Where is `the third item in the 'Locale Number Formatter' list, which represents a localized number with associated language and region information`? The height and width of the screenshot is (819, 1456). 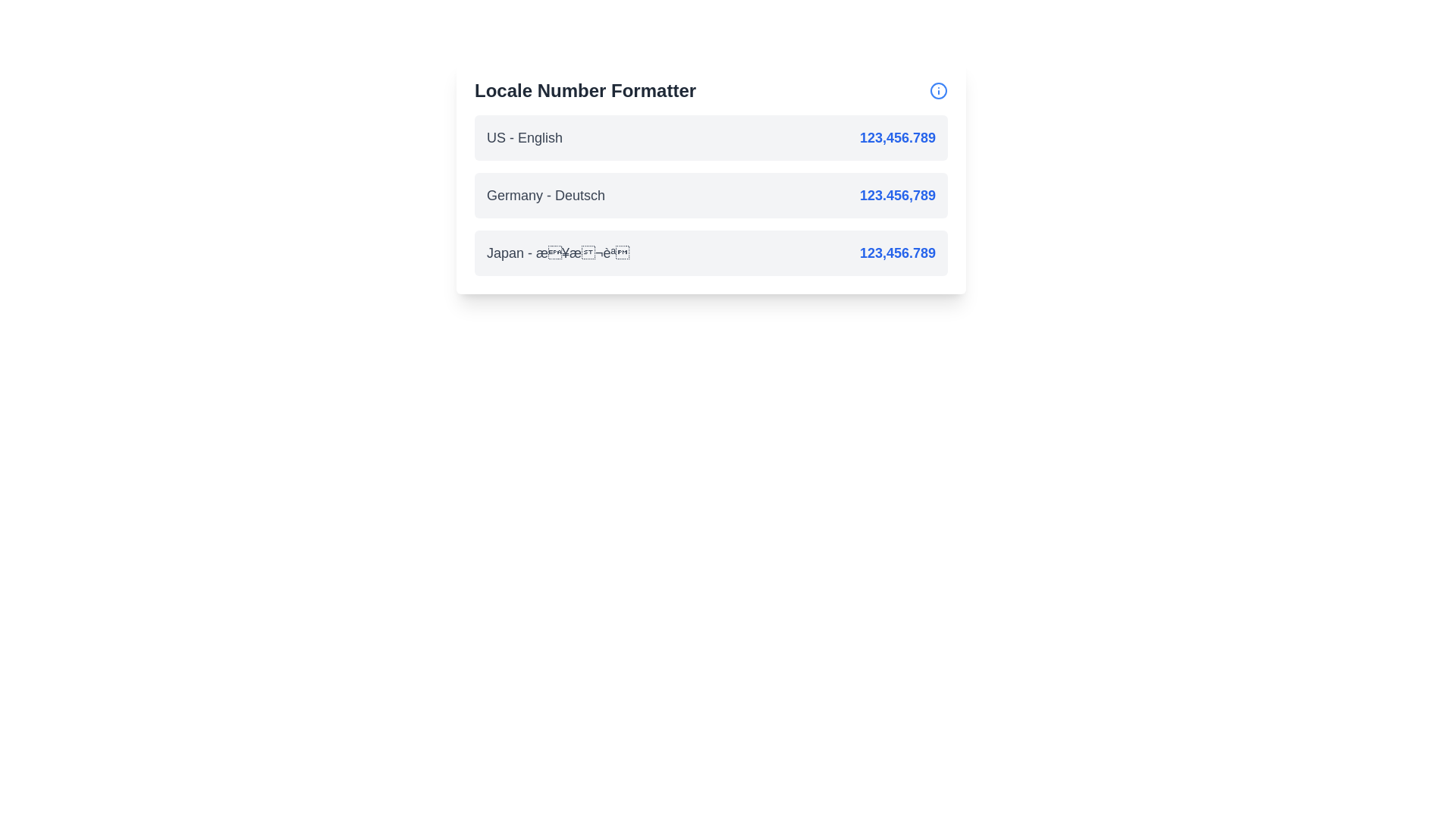
the third item in the 'Locale Number Formatter' list, which represents a localized number with associated language and region information is located at coordinates (710, 253).